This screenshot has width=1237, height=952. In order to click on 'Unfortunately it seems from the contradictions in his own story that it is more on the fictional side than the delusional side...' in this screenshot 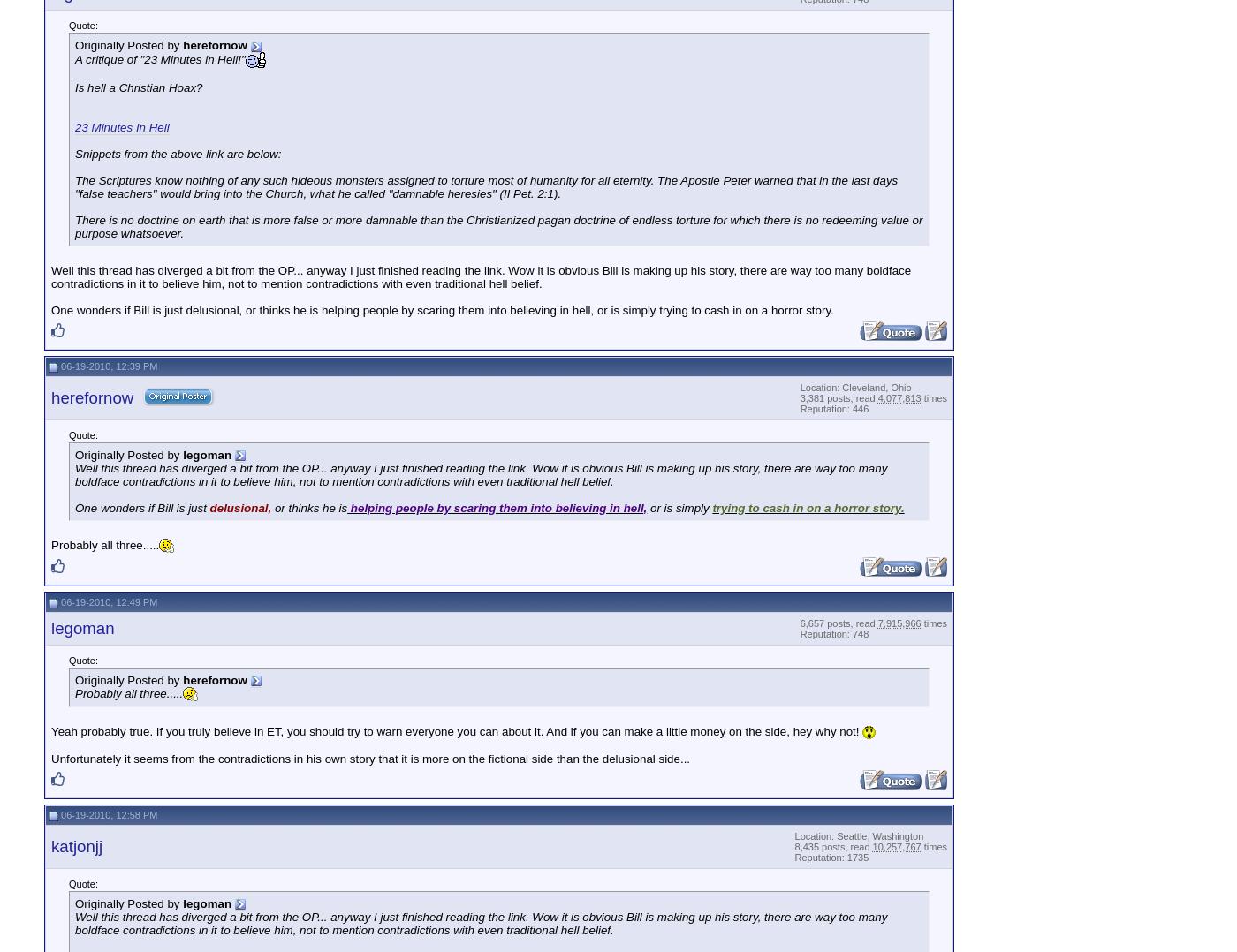, I will do `click(370, 758)`.